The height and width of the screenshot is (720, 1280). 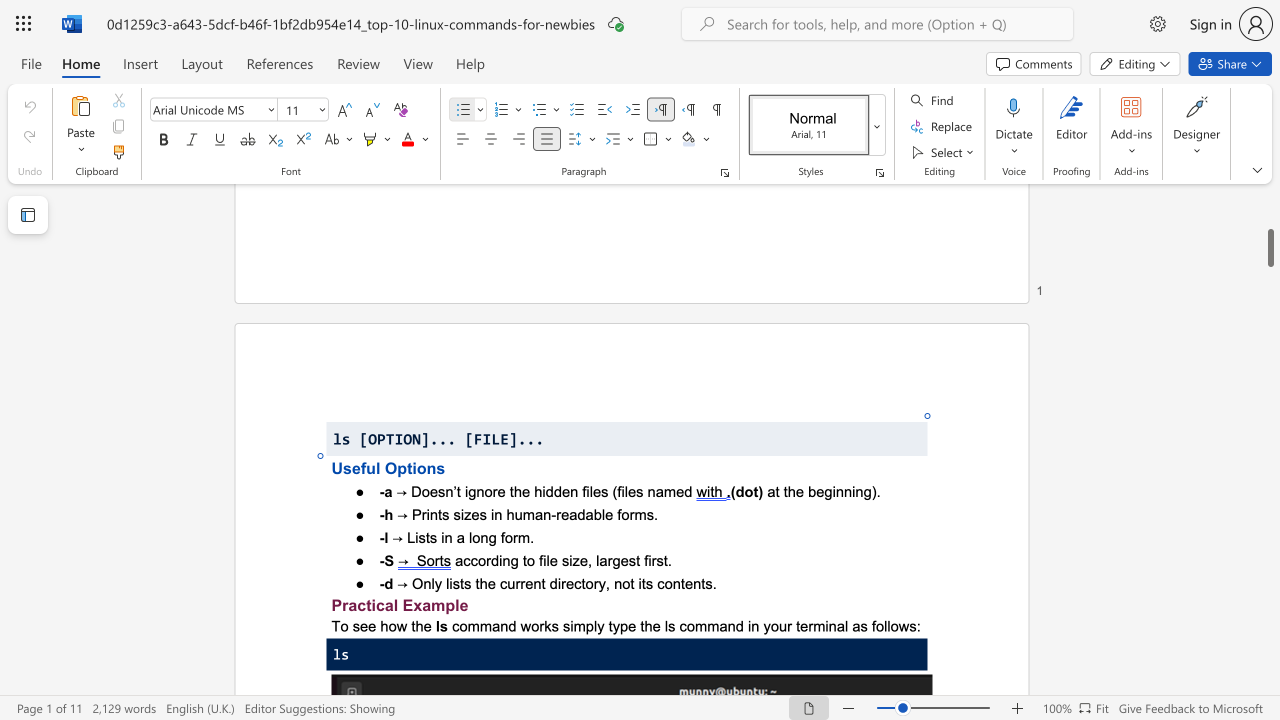 I want to click on the 3th character "a" in the text, so click(x=425, y=604).